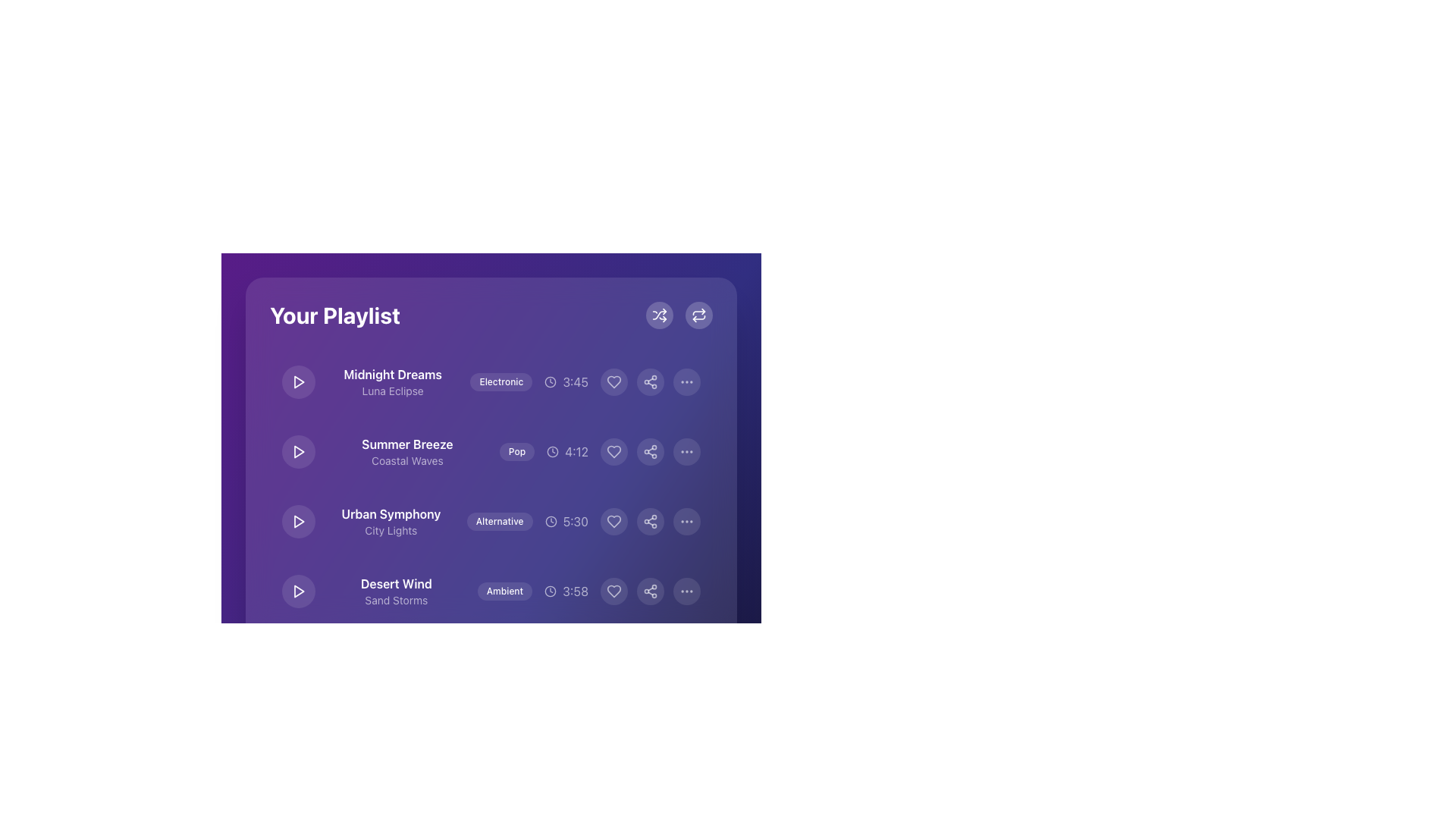  What do you see at coordinates (566, 590) in the screenshot?
I see `the text label displaying the duration of the track, located on the fourth row of the playlist section, to the right of the text 'Ambient' and preceded by a clock icon` at bounding box center [566, 590].